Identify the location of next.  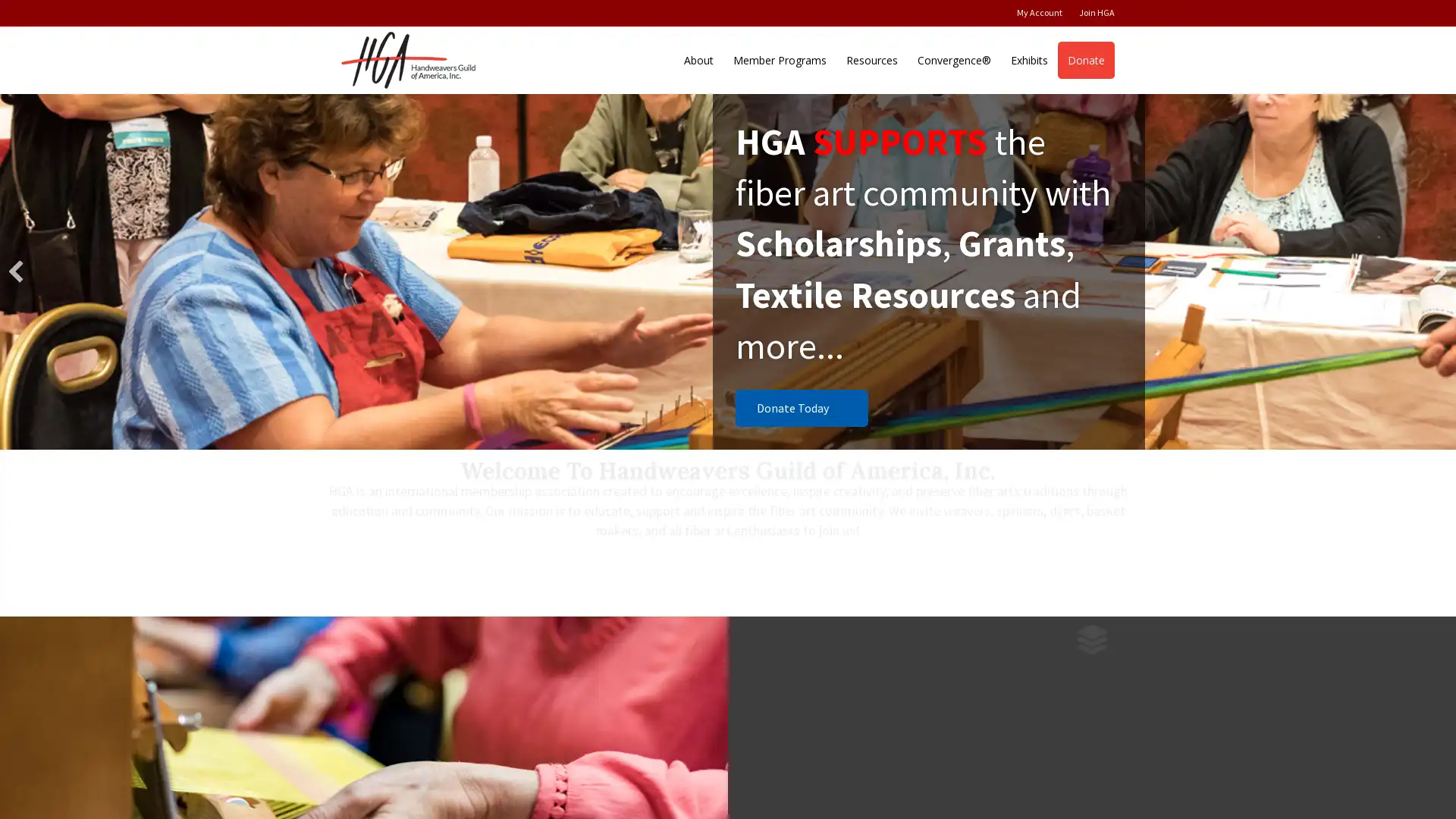
(1439, 271).